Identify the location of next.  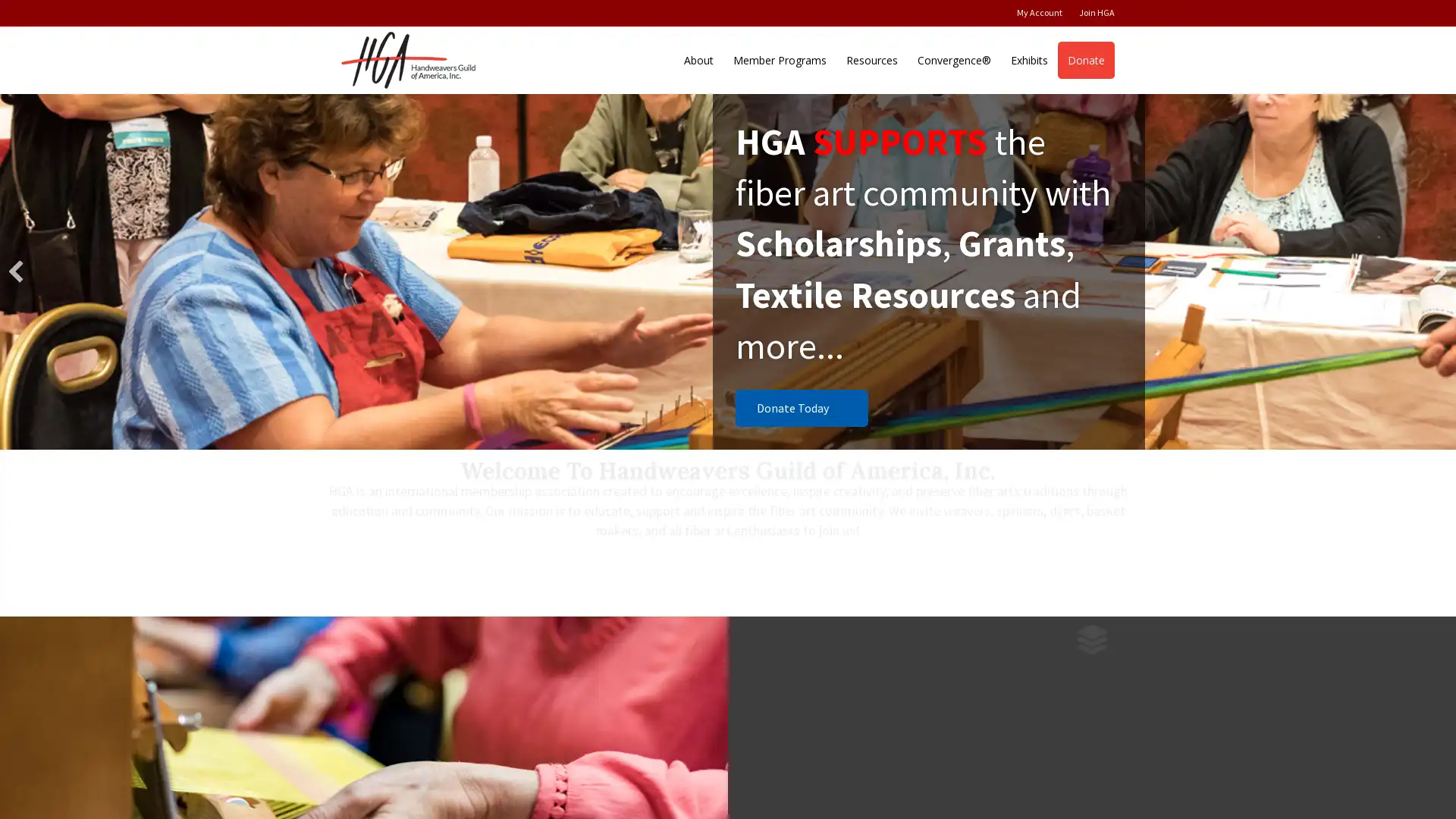
(1439, 271).